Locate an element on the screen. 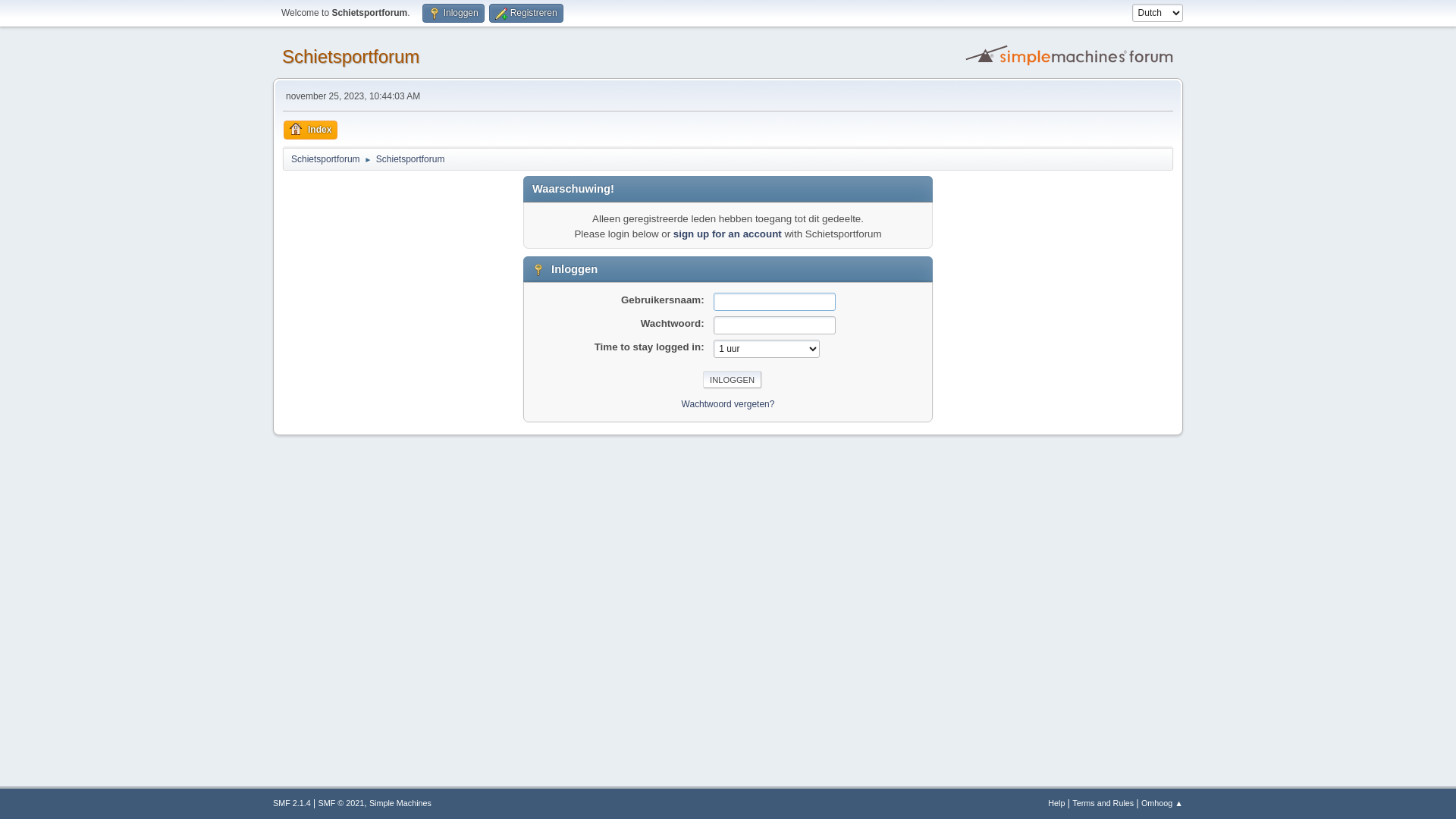 The height and width of the screenshot is (819, 1456). 'sign up for an account' is located at coordinates (726, 234).